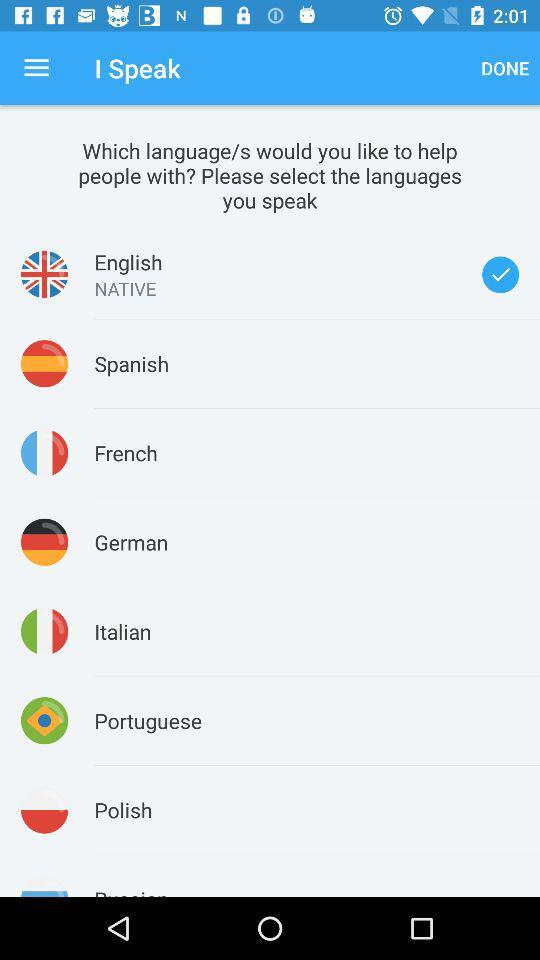  What do you see at coordinates (504, 68) in the screenshot?
I see `icon next to i speak` at bounding box center [504, 68].